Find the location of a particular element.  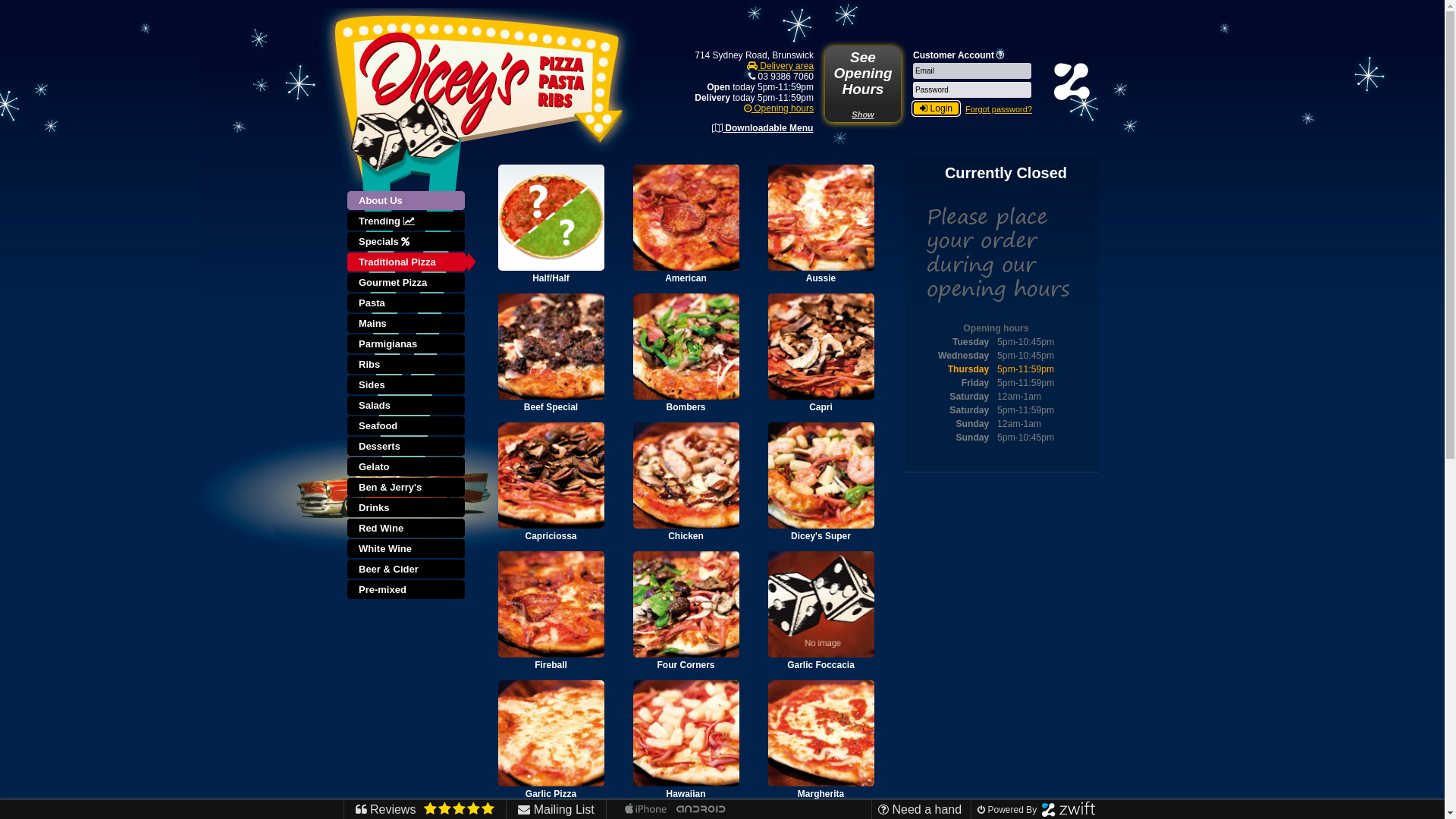

'Parmigianas' is located at coordinates (407, 344).